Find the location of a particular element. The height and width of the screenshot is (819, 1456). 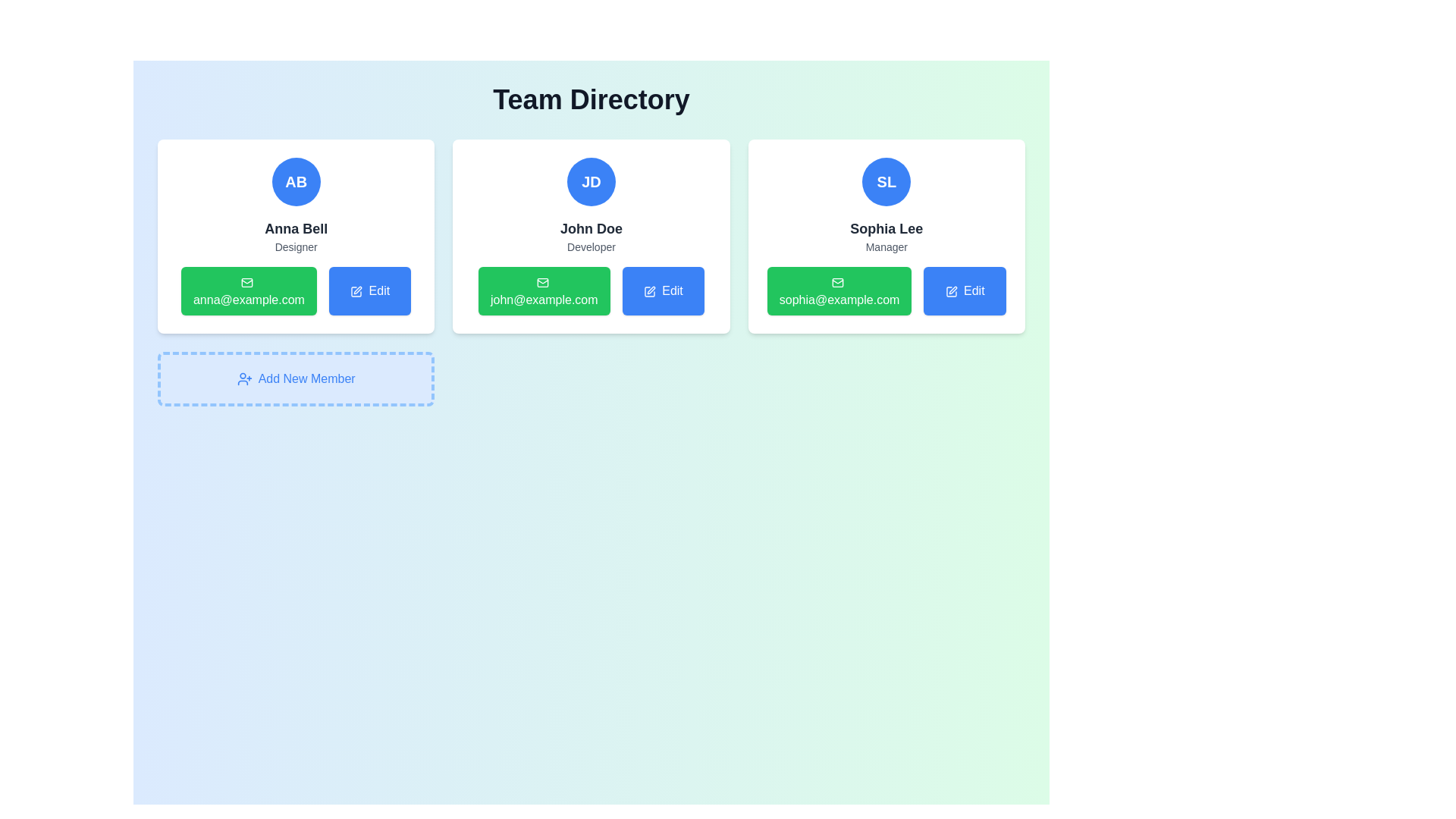

the mail envelope icon within the green rectangular button labeled 'sophia@example.com' on Sophia Lee's profile card is located at coordinates (837, 282).